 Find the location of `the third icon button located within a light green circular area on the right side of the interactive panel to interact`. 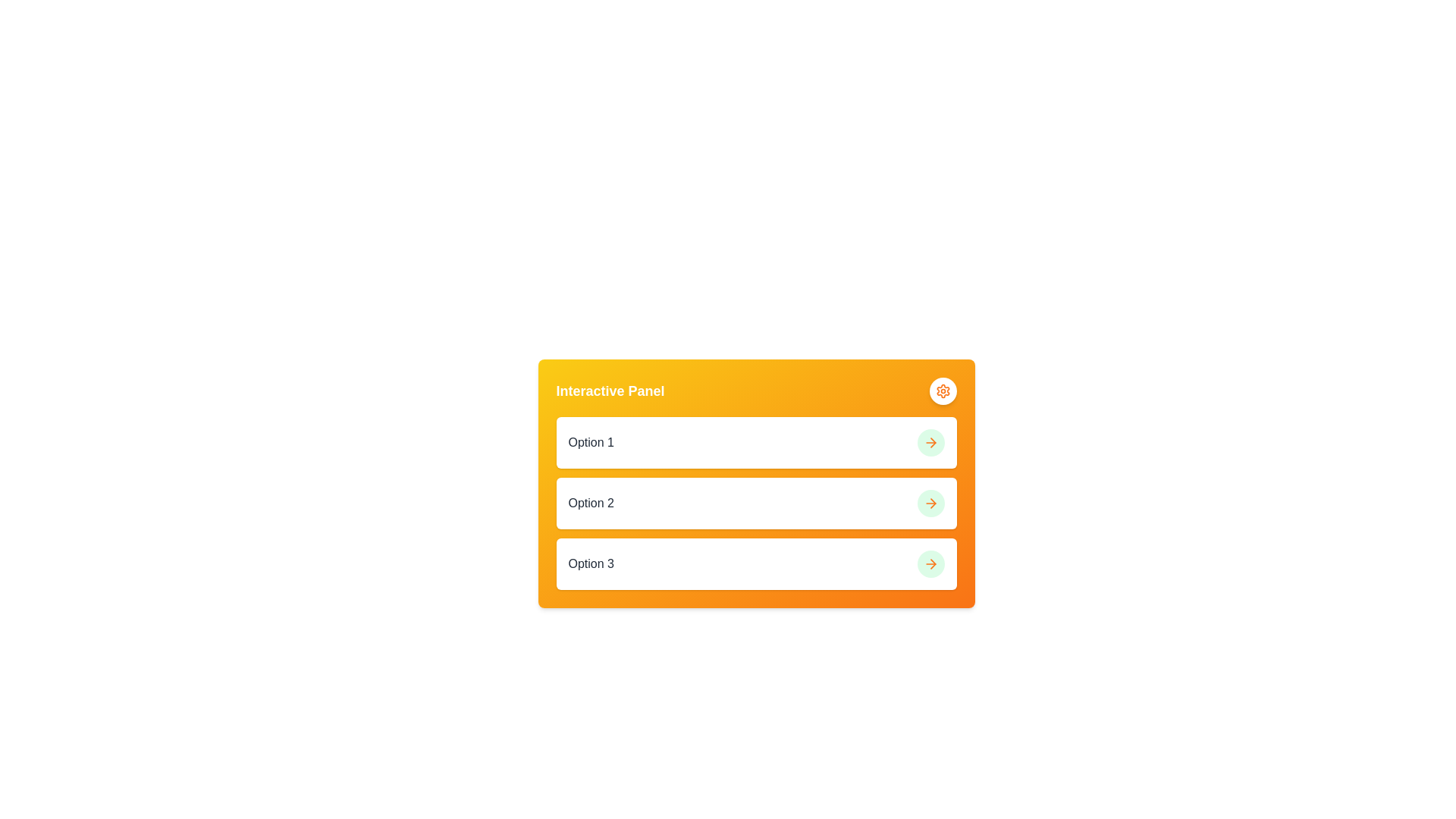

the third icon button located within a light green circular area on the right side of the interactive panel to interact is located at coordinates (930, 564).